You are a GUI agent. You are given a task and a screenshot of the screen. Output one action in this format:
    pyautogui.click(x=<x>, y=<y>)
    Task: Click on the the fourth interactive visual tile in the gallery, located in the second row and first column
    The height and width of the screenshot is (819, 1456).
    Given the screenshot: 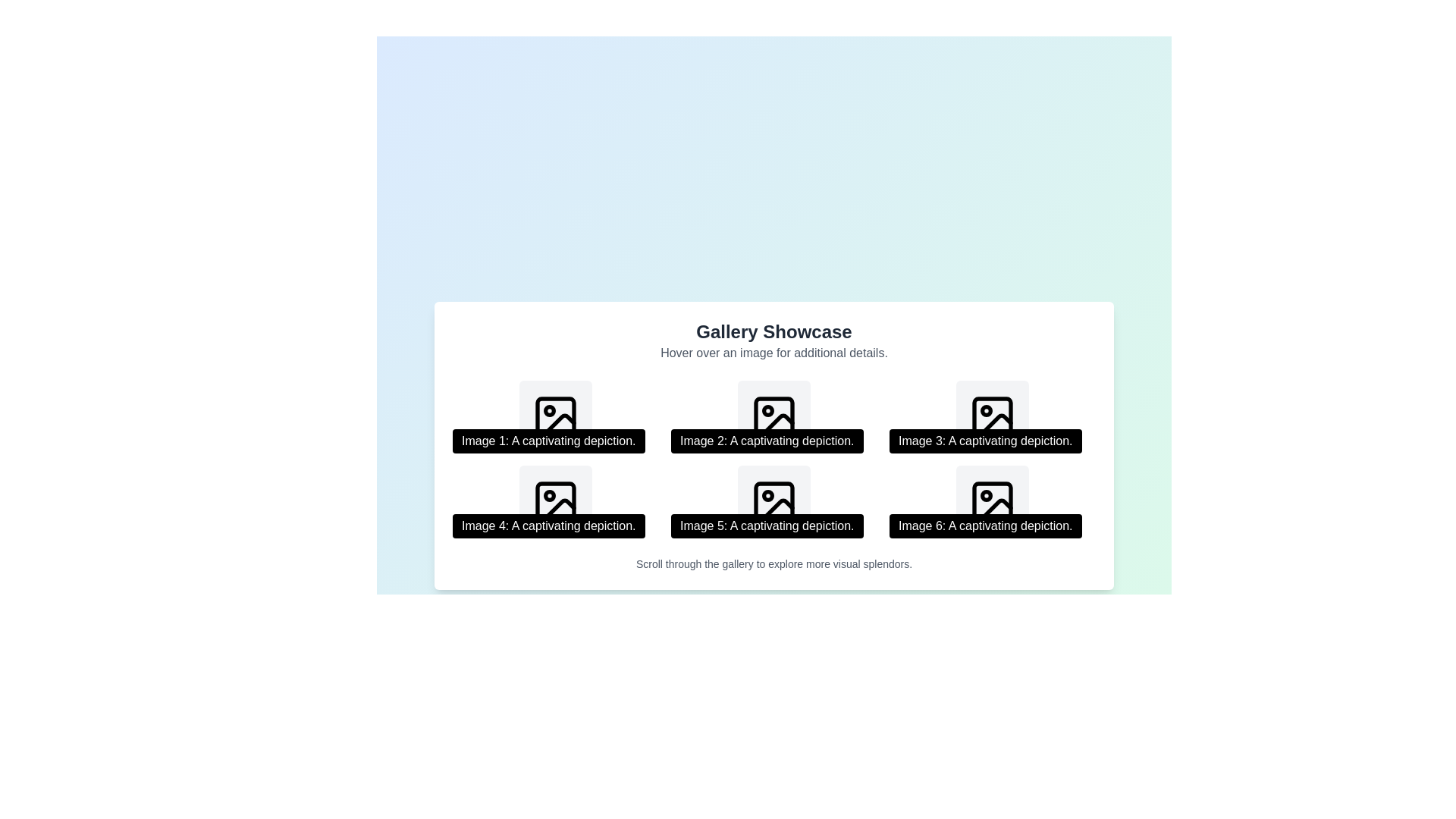 What is the action you would take?
    pyautogui.click(x=555, y=502)
    